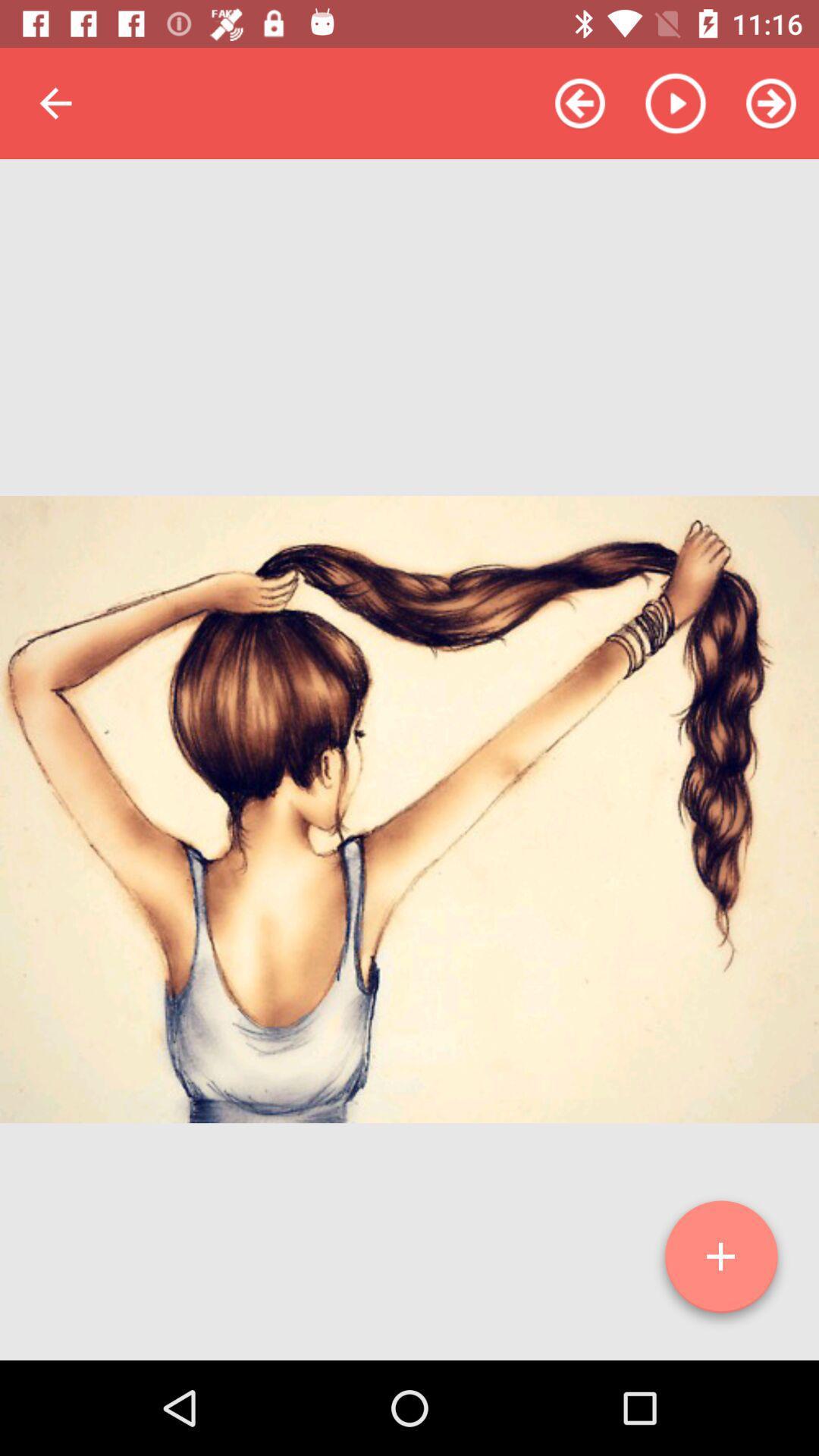  I want to click on icon at the bottom right corner, so click(720, 1263).